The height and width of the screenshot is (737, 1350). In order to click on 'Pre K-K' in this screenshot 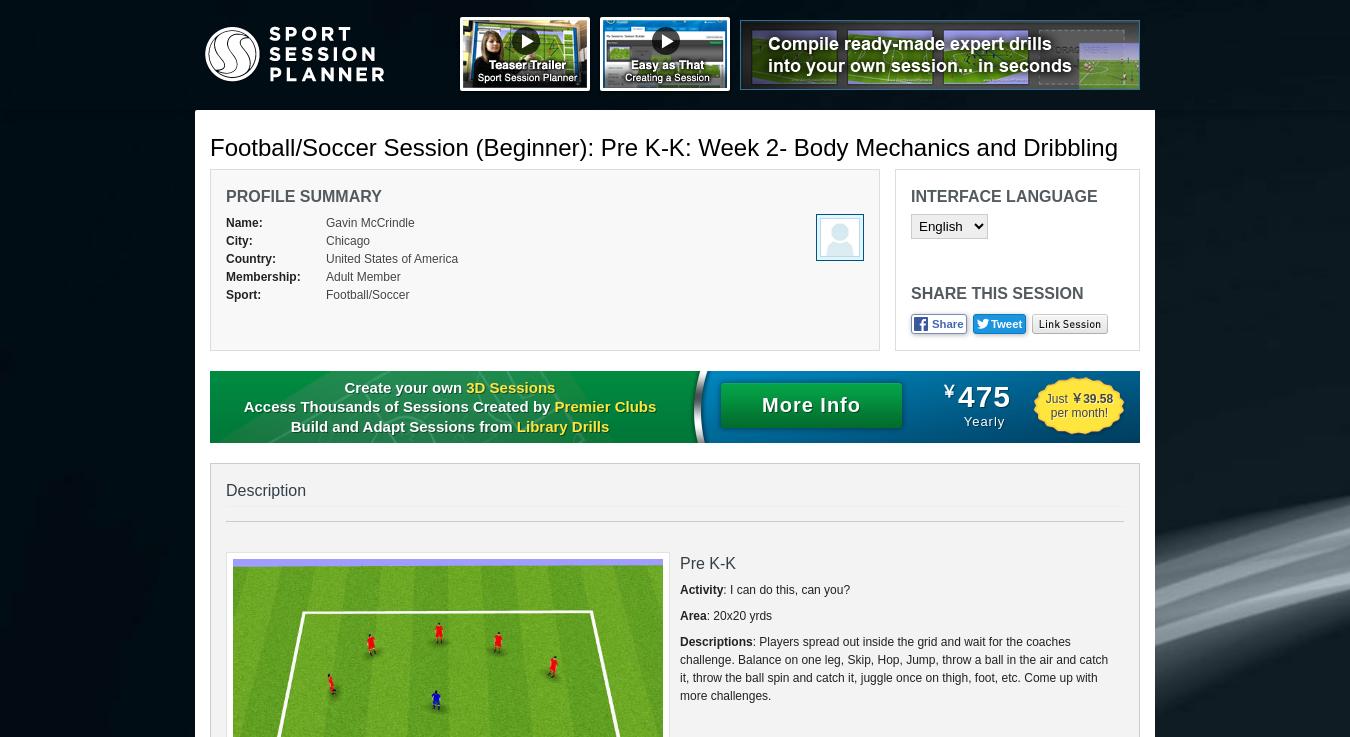, I will do `click(706, 563)`.